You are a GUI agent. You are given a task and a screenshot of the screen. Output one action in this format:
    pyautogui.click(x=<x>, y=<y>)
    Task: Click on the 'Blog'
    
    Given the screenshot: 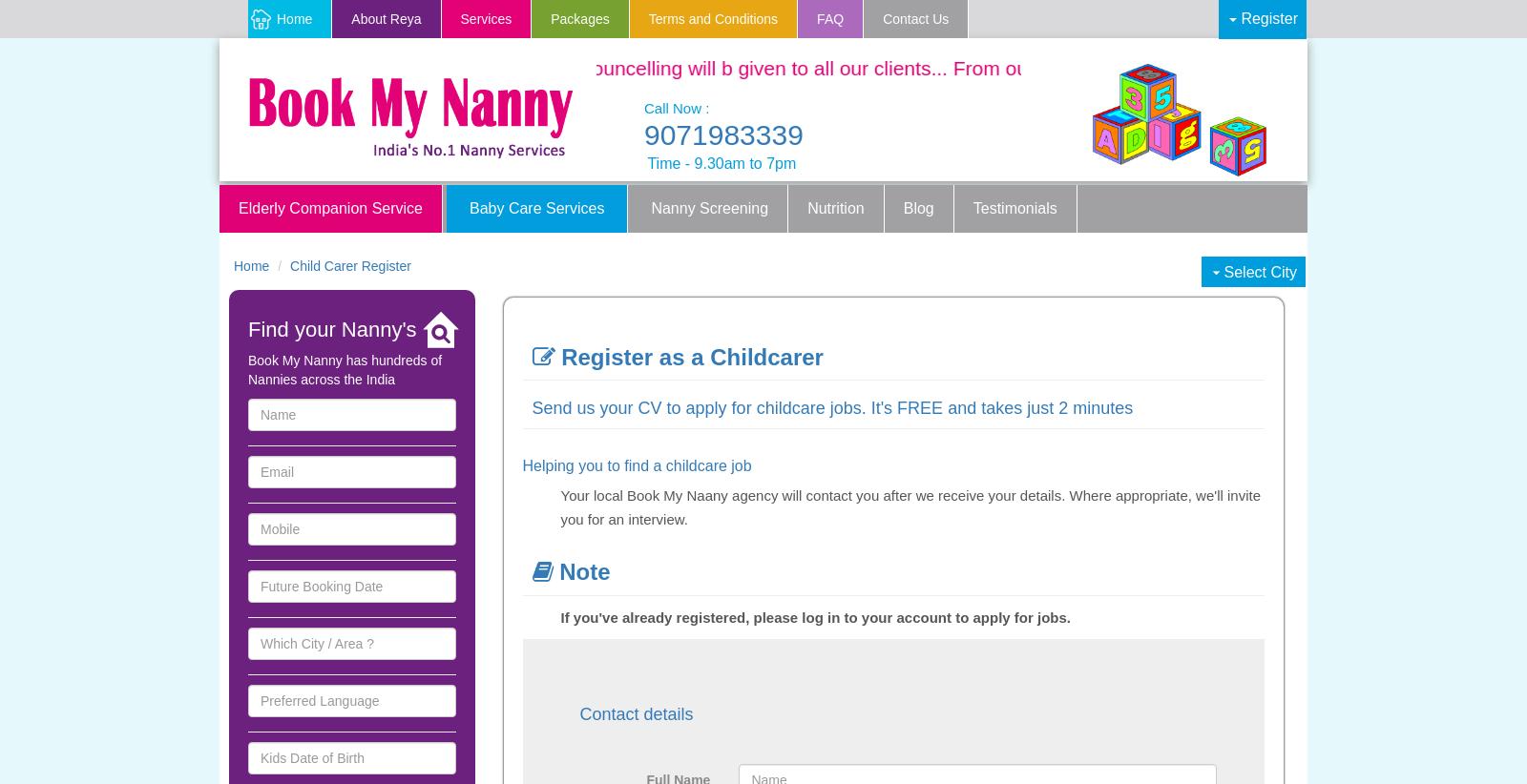 What is the action you would take?
    pyautogui.click(x=917, y=207)
    